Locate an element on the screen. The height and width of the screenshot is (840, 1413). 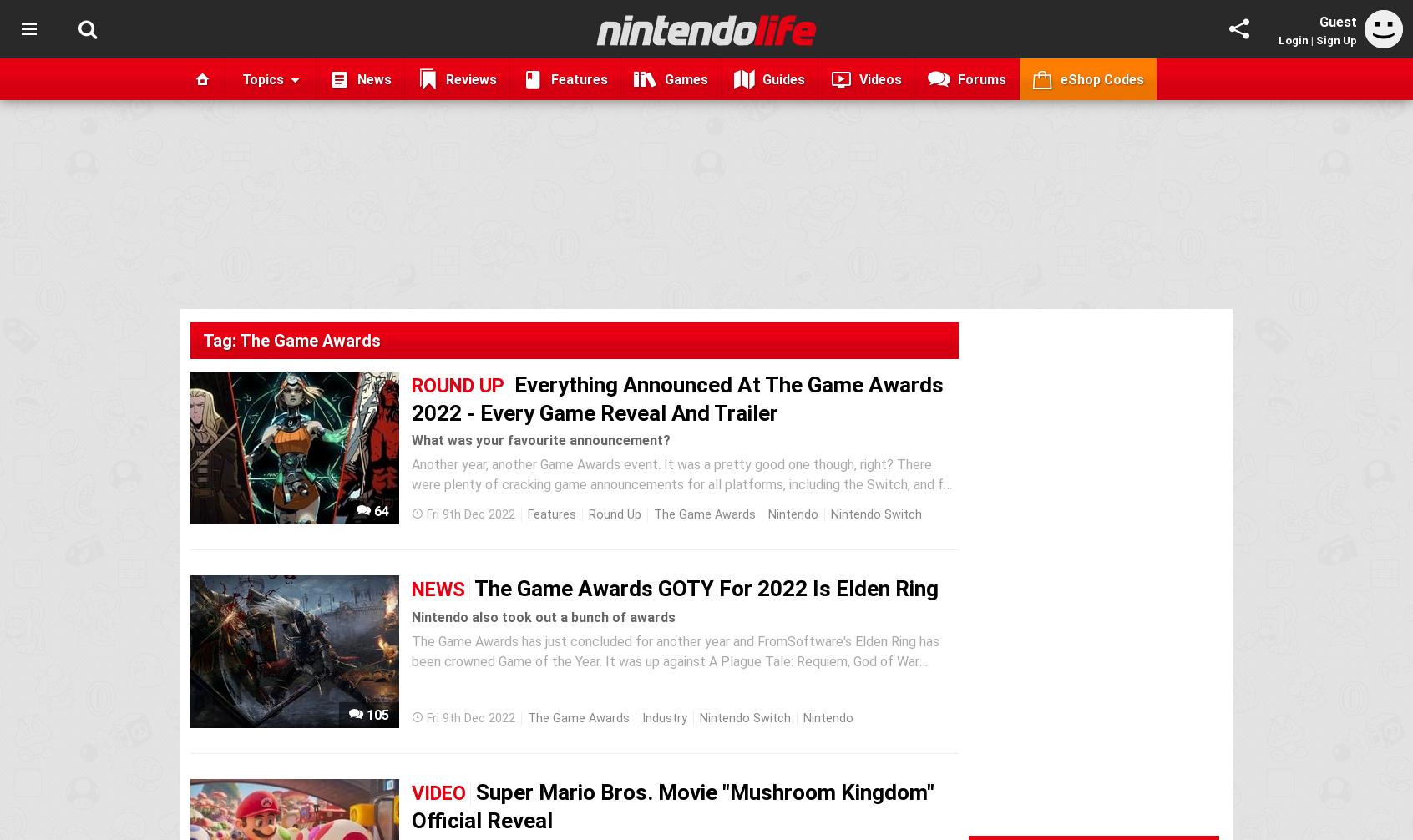
'eShop Codes' is located at coordinates (1101, 78).